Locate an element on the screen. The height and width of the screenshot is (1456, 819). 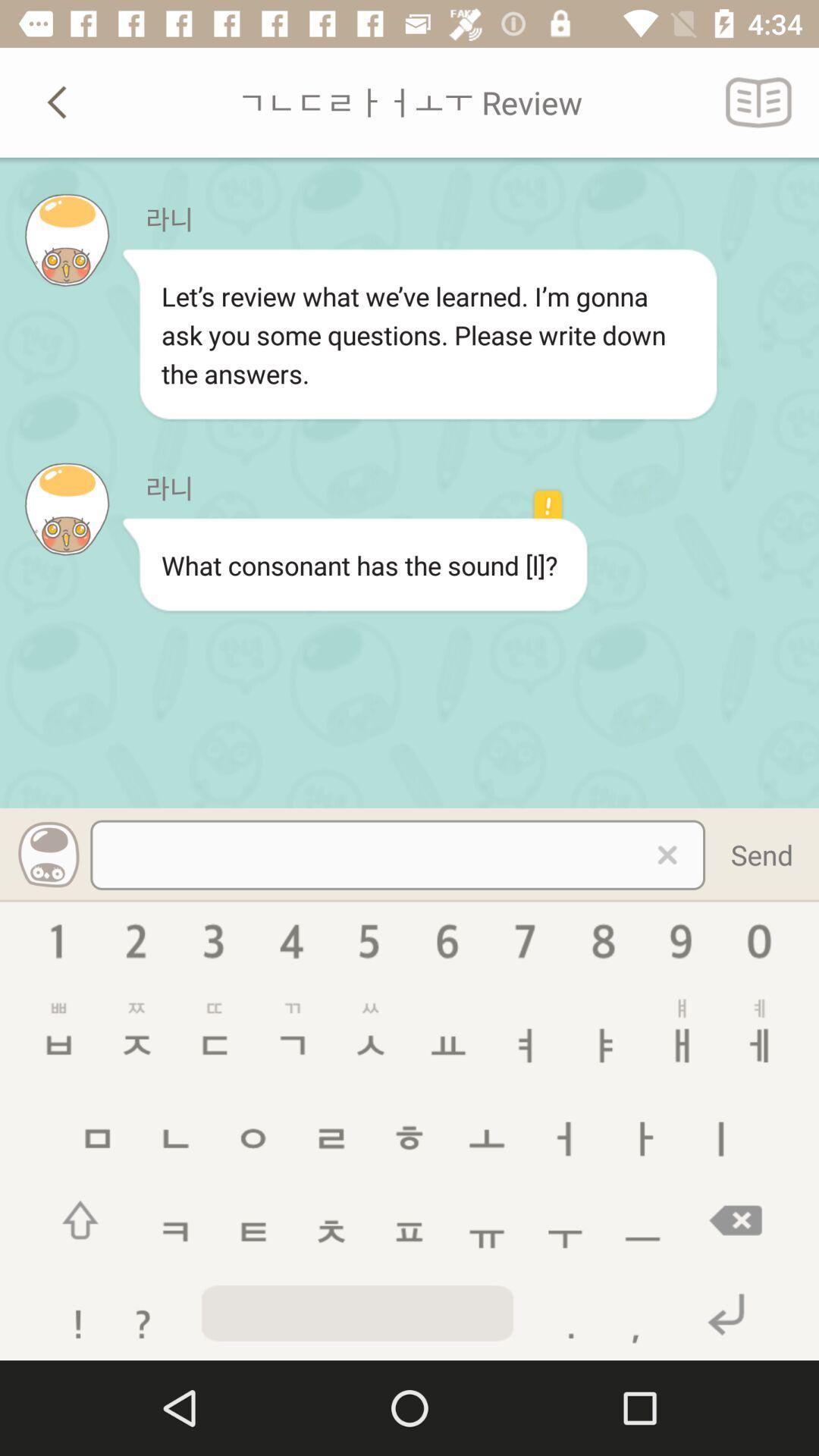
the arrow_upward icon is located at coordinates (80, 1220).